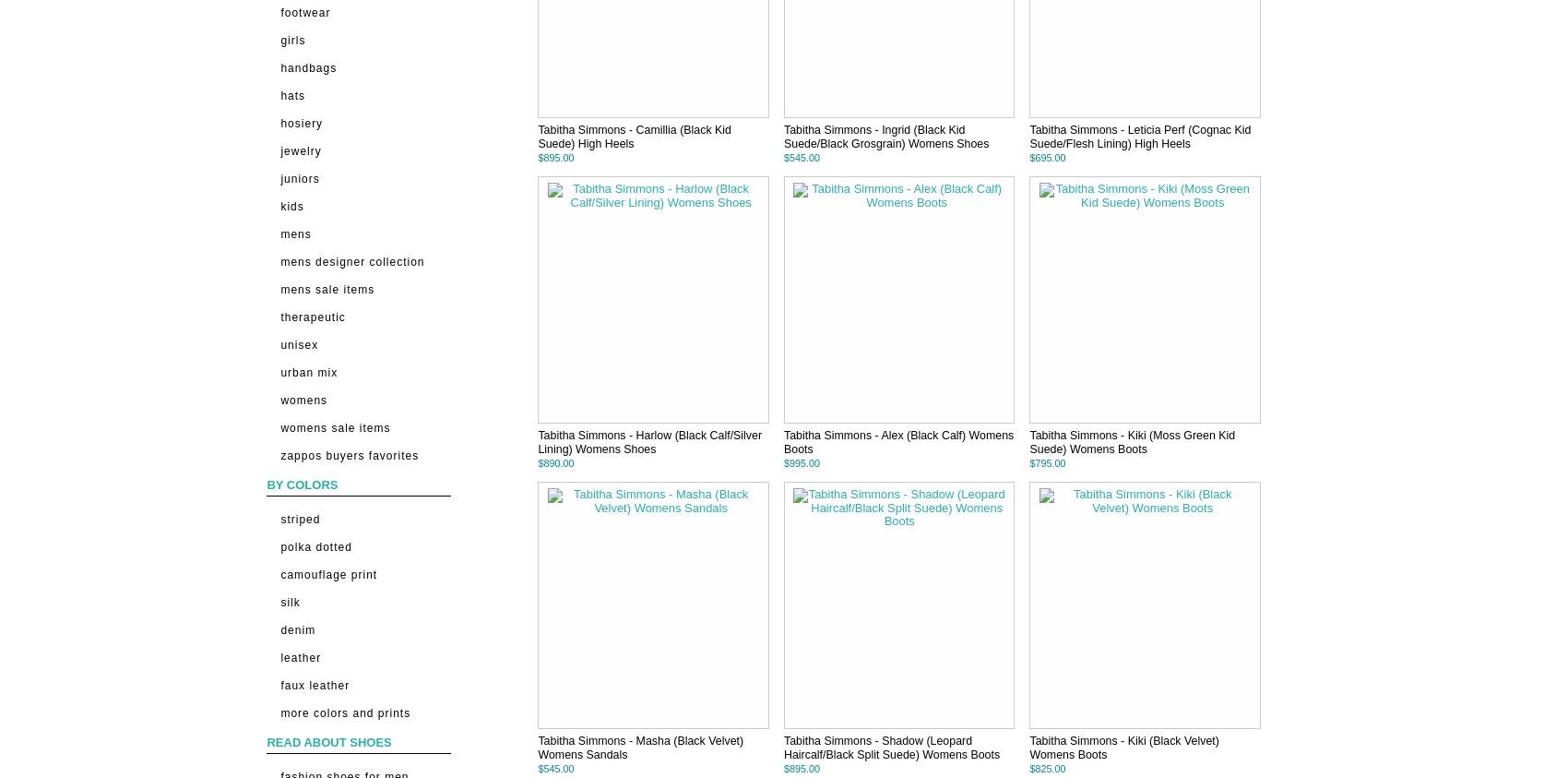 This screenshot has width=1568, height=778. What do you see at coordinates (292, 38) in the screenshot?
I see `'GIRLS'` at bounding box center [292, 38].